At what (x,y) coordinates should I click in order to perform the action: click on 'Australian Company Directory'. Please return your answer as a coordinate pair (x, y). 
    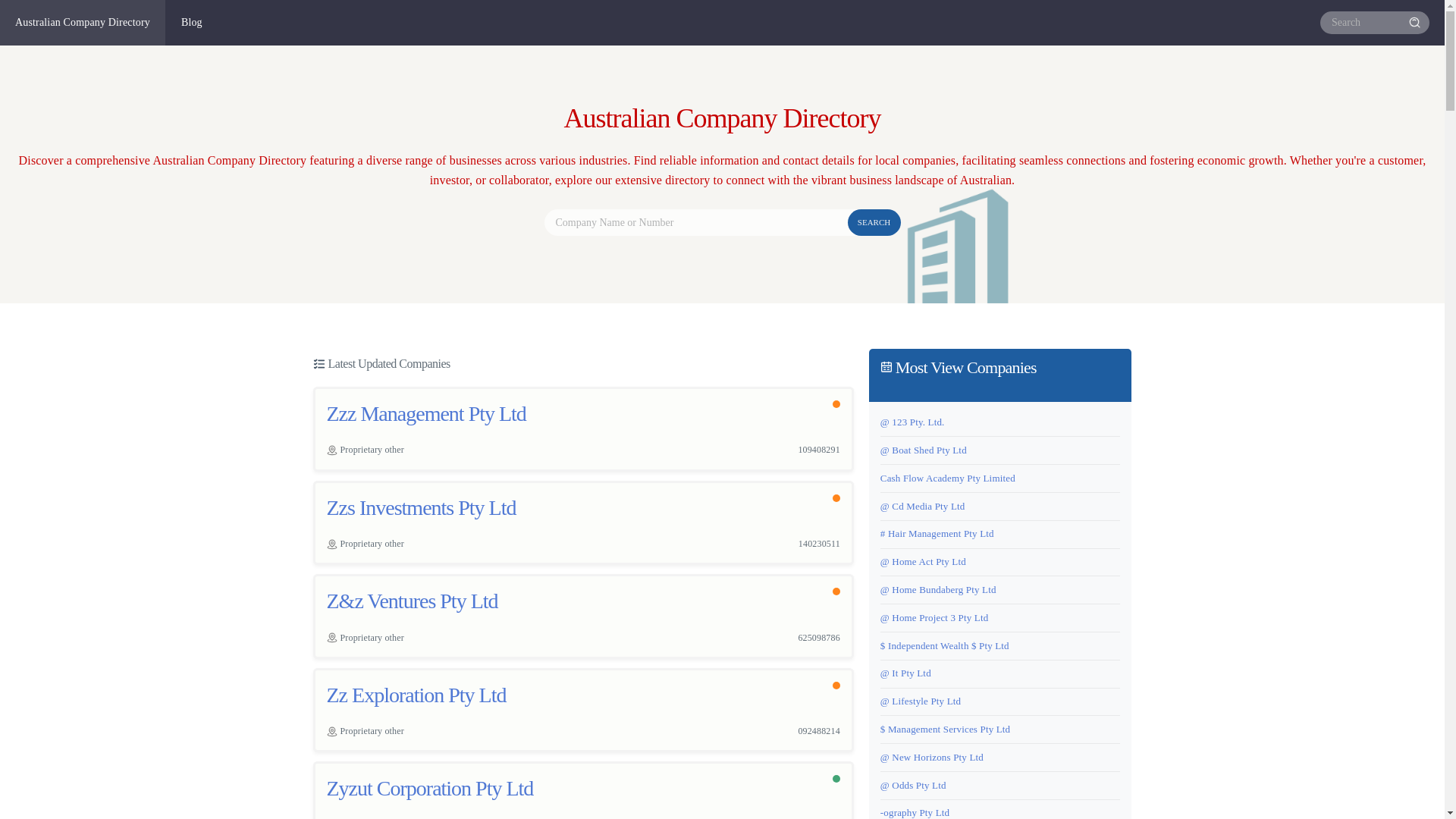
    Looking at the image, I should click on (82, 23).